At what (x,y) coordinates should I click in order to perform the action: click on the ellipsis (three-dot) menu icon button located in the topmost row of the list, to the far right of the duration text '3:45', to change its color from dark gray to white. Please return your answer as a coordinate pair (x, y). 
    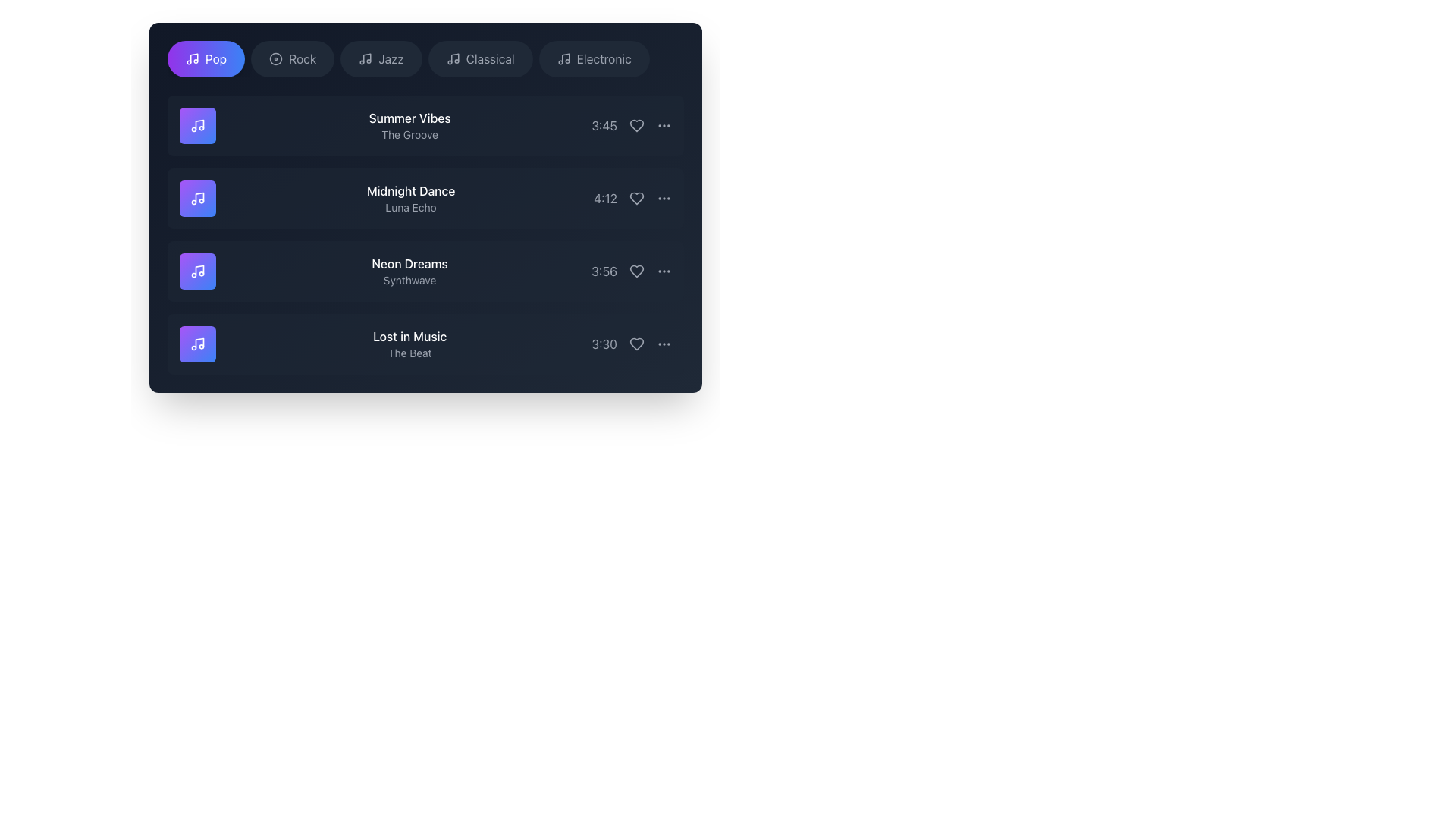
    Looking at the image, I should click on (664, 124).